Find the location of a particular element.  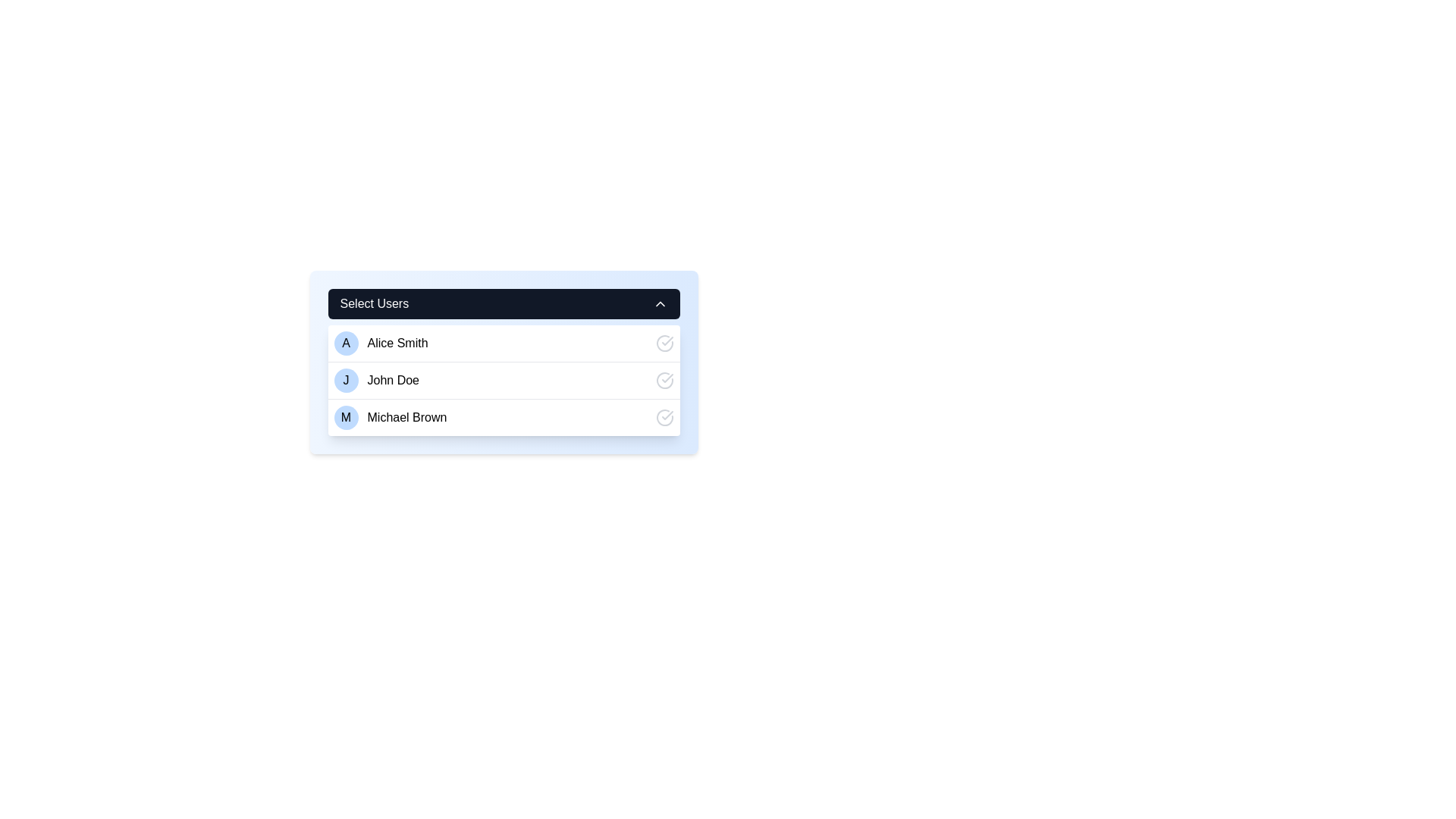

the user entry for 'Michael Brown' in the list of user entries under 'Select Users' is located at coordinates (390, 418).